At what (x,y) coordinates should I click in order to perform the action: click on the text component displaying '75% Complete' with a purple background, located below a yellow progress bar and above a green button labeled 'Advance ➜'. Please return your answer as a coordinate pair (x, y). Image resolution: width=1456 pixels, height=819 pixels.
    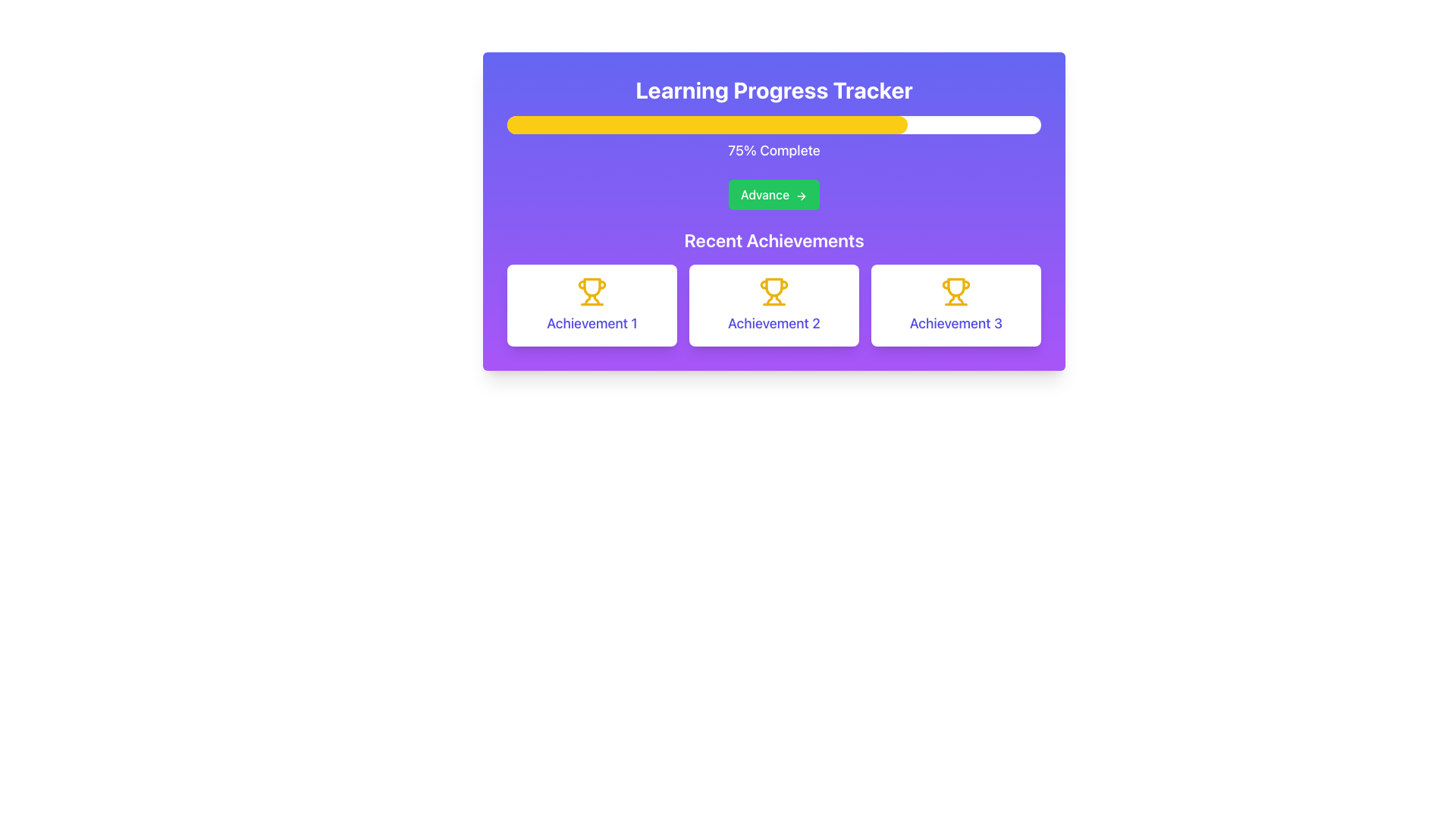
    Looking at the image, I should click on (774, 151).